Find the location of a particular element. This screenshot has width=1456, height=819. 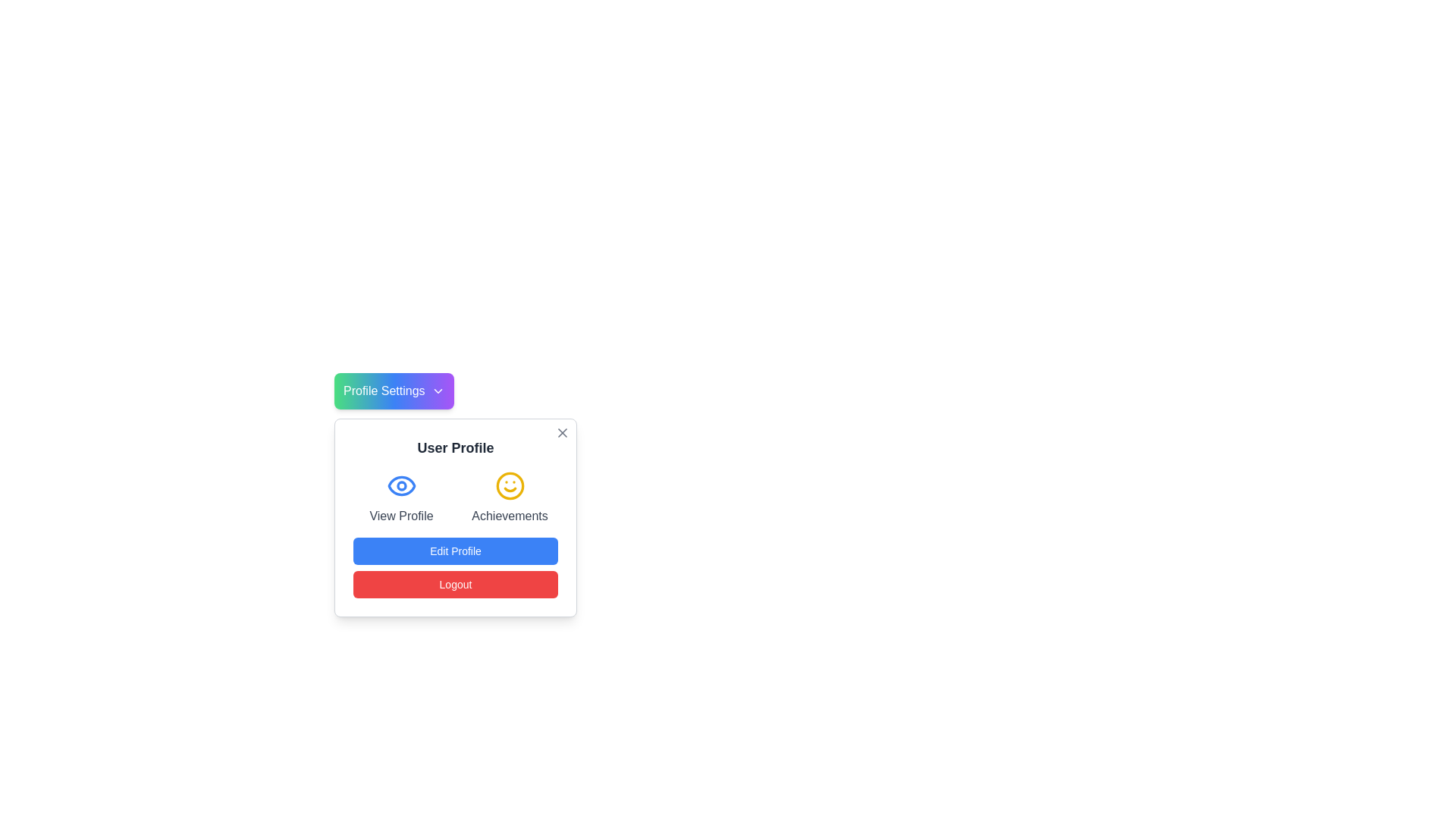

the blue outer segment of the eye-shaped icon located on the left side of the pop-up dialog box in the 'User Profile' section, positioned above 'View Profile' is located at coordinates (401, 485).